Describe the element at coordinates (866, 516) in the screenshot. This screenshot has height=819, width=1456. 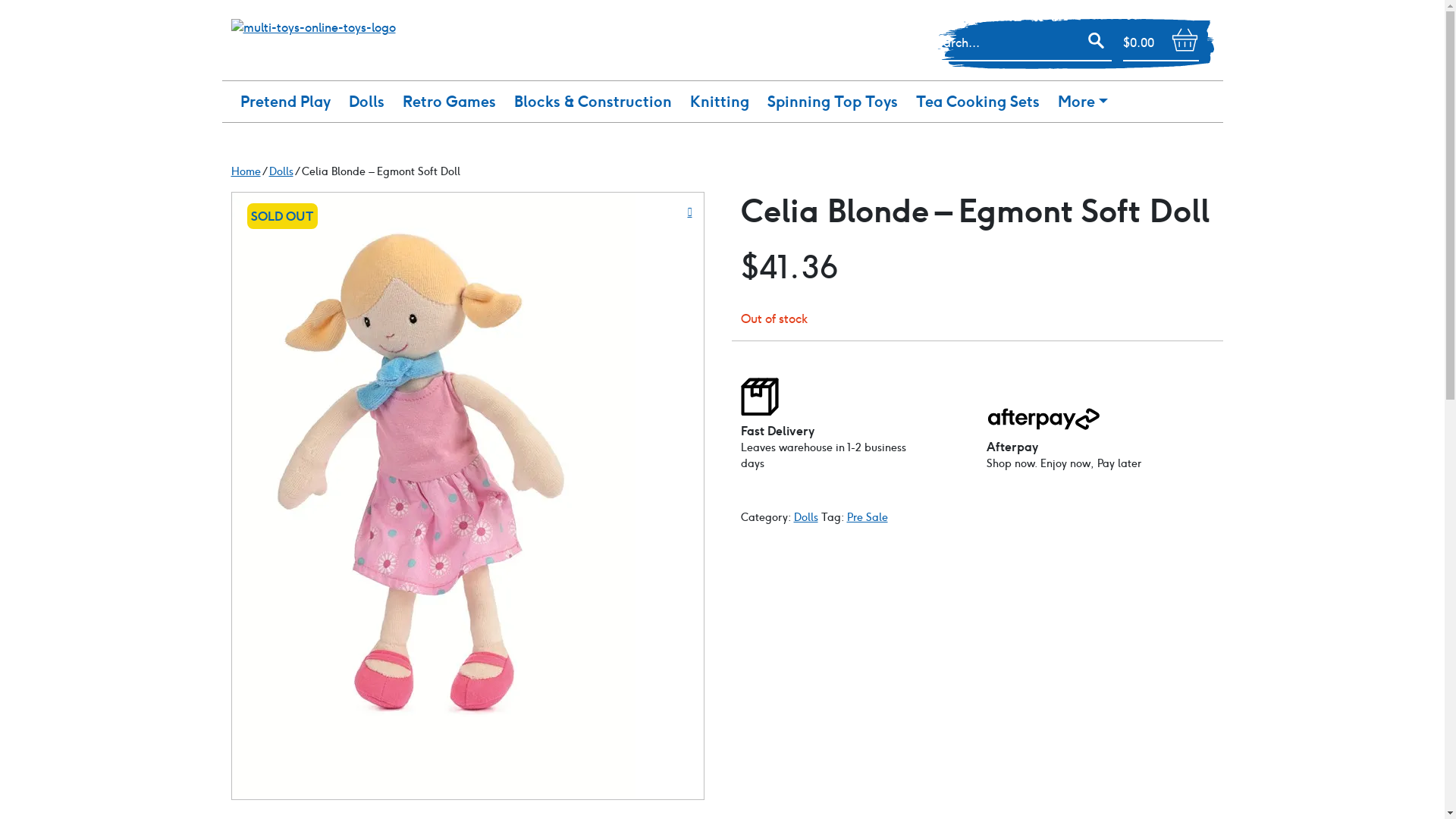
I see `'Pre Sale'` at that location.